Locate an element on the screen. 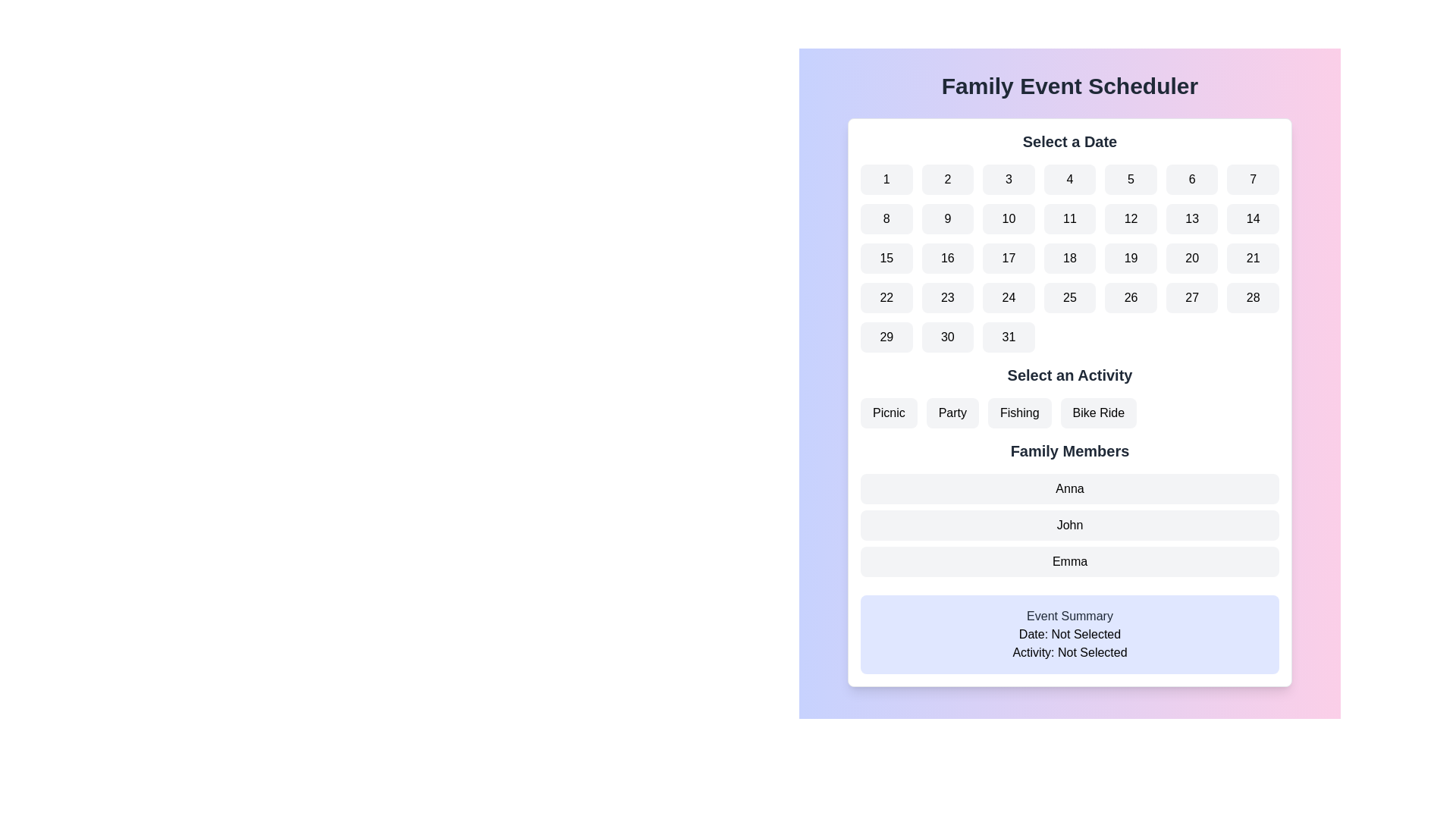  the rounded rectangular button labeled '24' in the Date Selector section is located at coordinates (1009, 298).